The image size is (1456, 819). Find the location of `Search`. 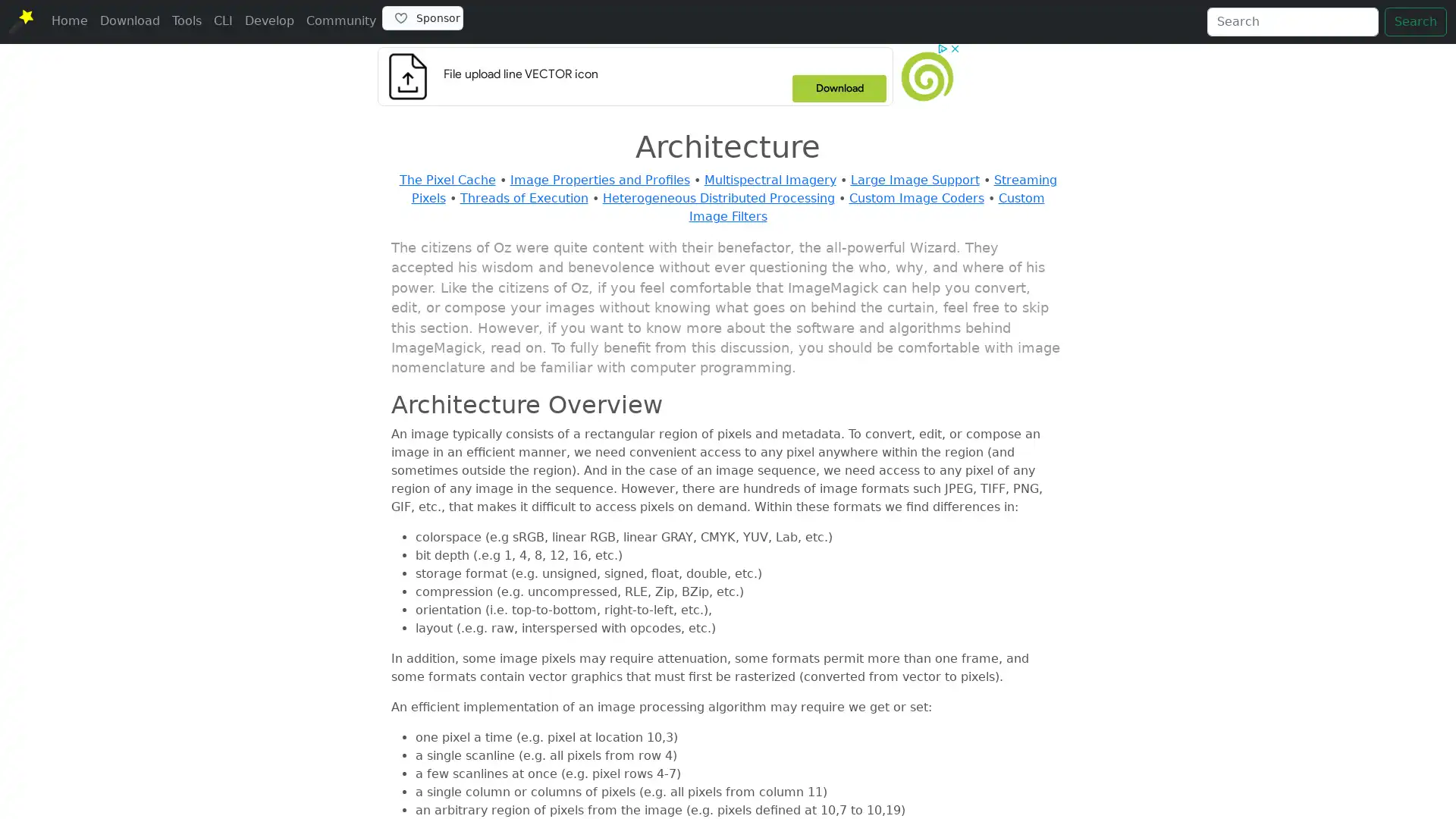

Search is located at coordinates (1415, 22).